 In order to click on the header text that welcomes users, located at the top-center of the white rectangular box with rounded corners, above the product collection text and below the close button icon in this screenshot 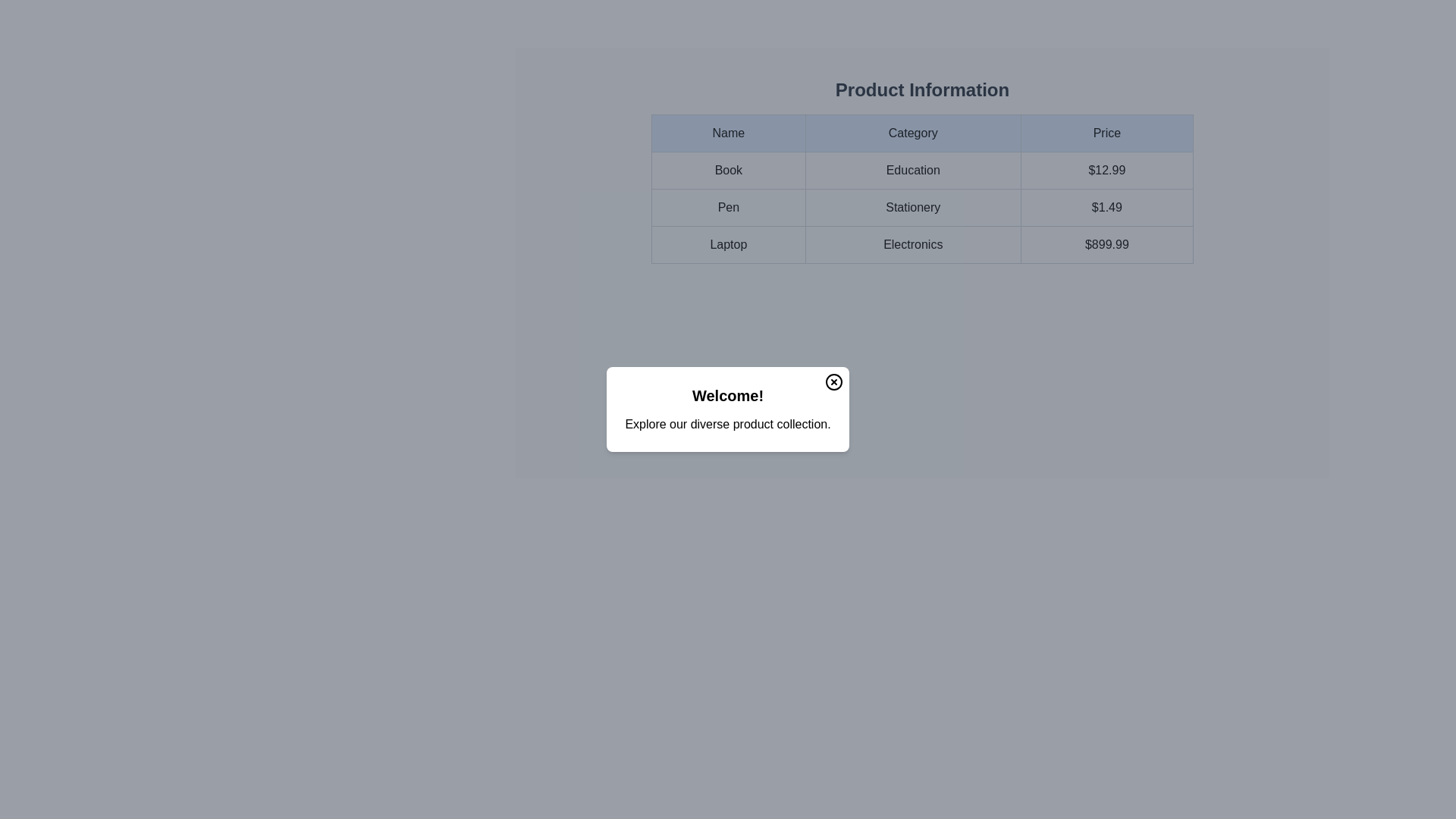, I will do `click(728, 394)`.